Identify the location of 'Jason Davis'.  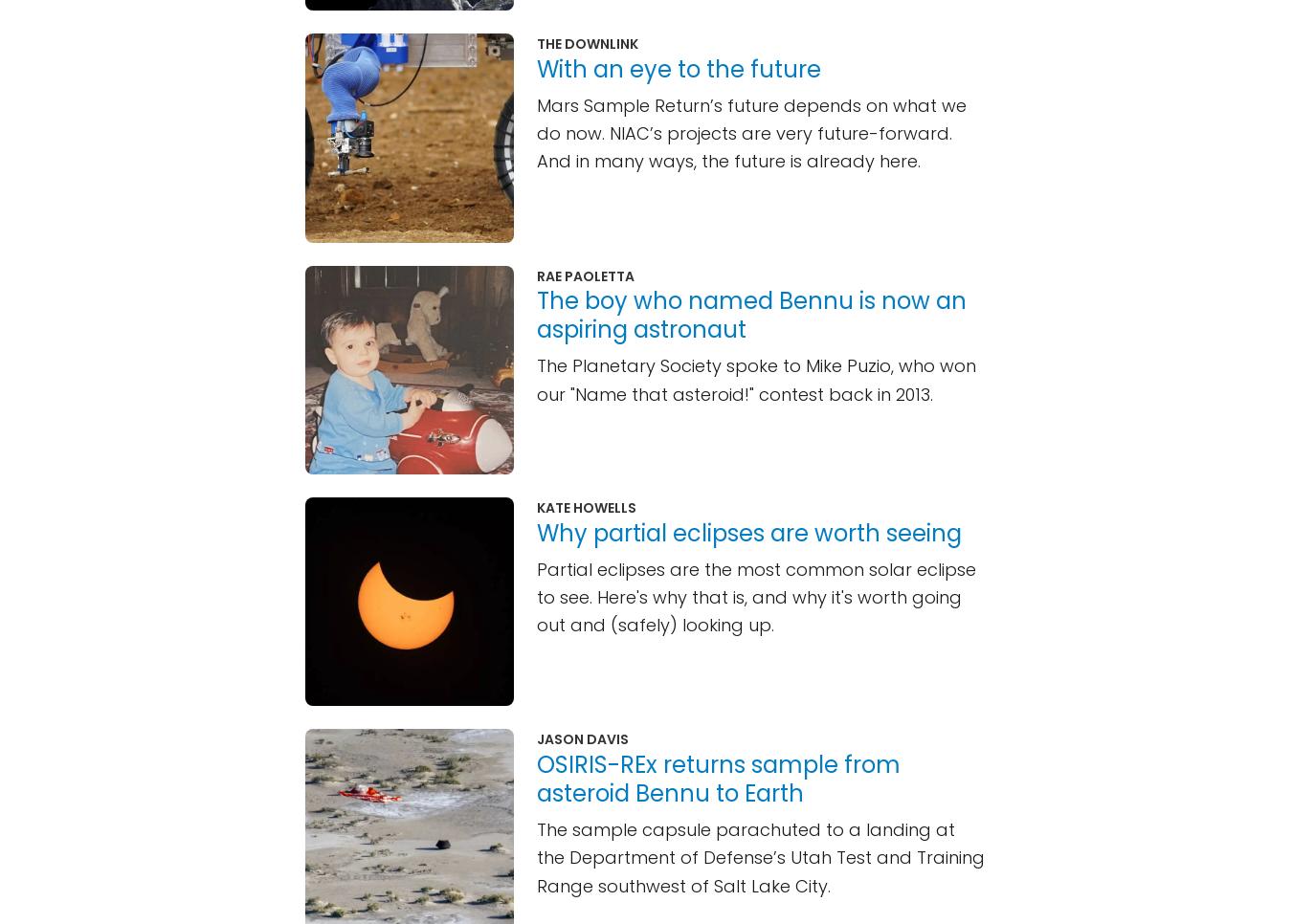
(536, 737).